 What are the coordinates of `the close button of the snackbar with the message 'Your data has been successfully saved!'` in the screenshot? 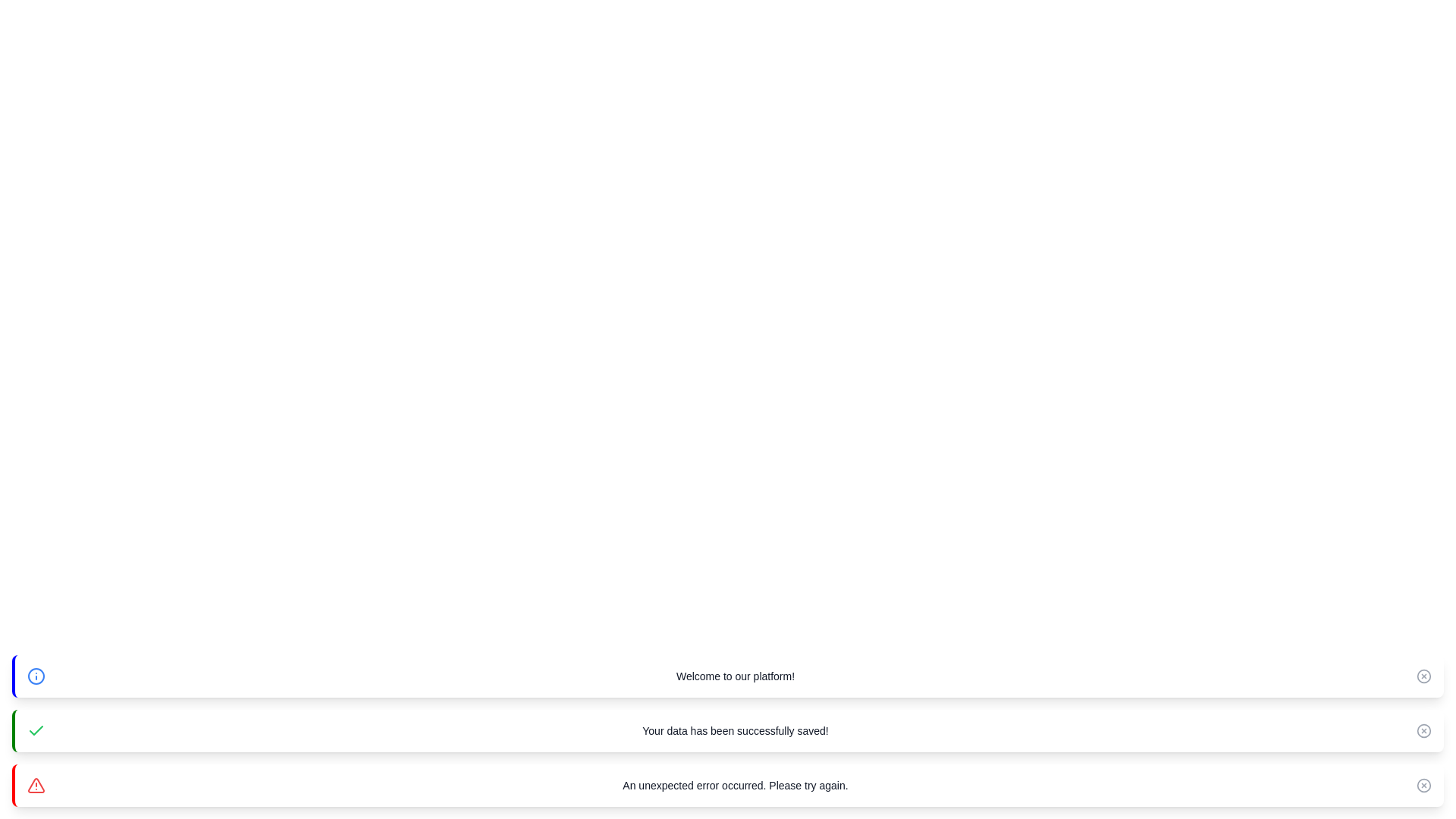 It's located at (1423, 730).